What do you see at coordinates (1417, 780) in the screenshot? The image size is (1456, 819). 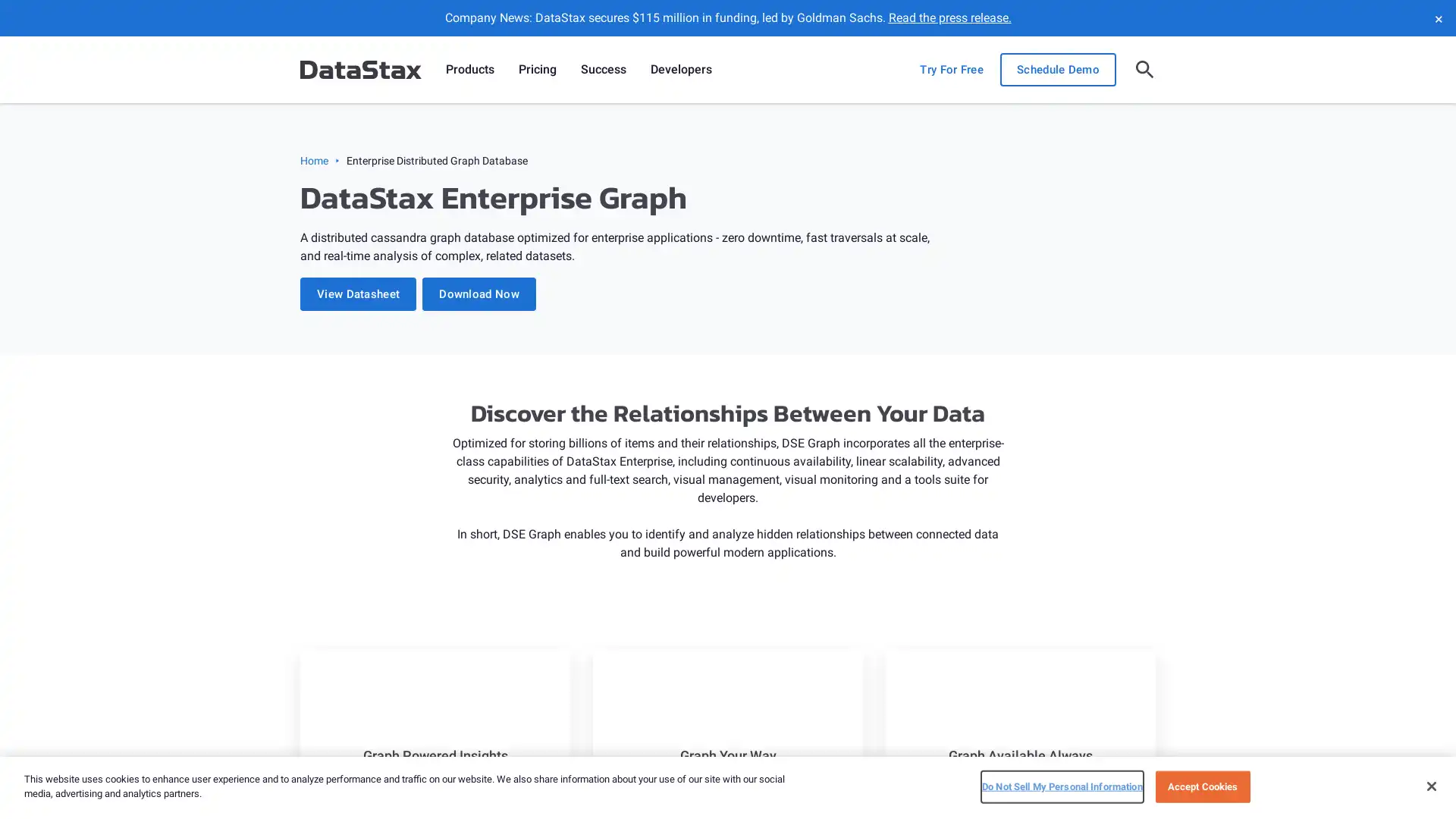 I see `Open Intercom Messenger` at bounding box center [1417, 780].